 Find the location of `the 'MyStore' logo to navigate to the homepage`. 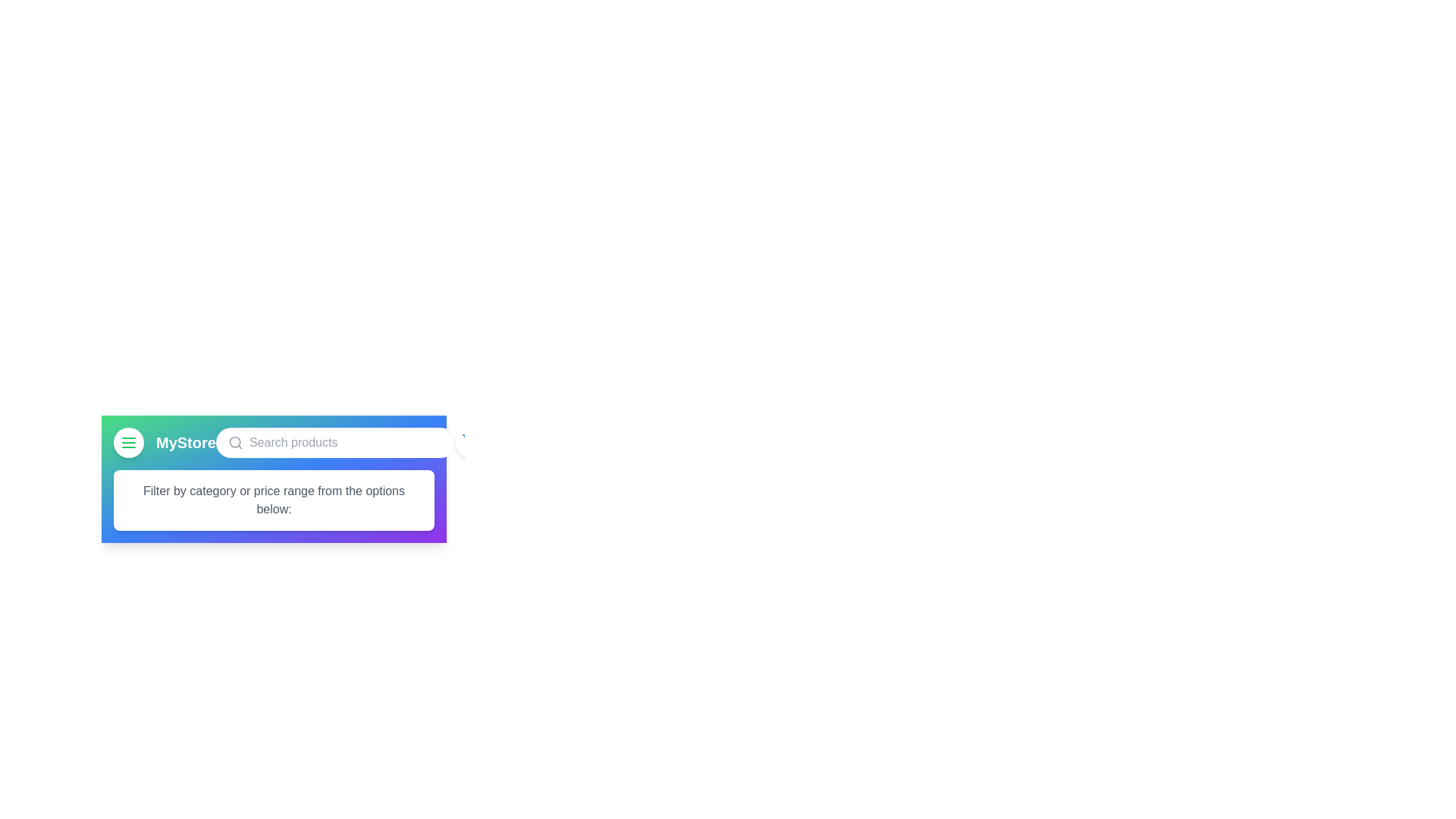

the 'MyStore' logo to navigate to the homepage is located at coordinates (184, 442).